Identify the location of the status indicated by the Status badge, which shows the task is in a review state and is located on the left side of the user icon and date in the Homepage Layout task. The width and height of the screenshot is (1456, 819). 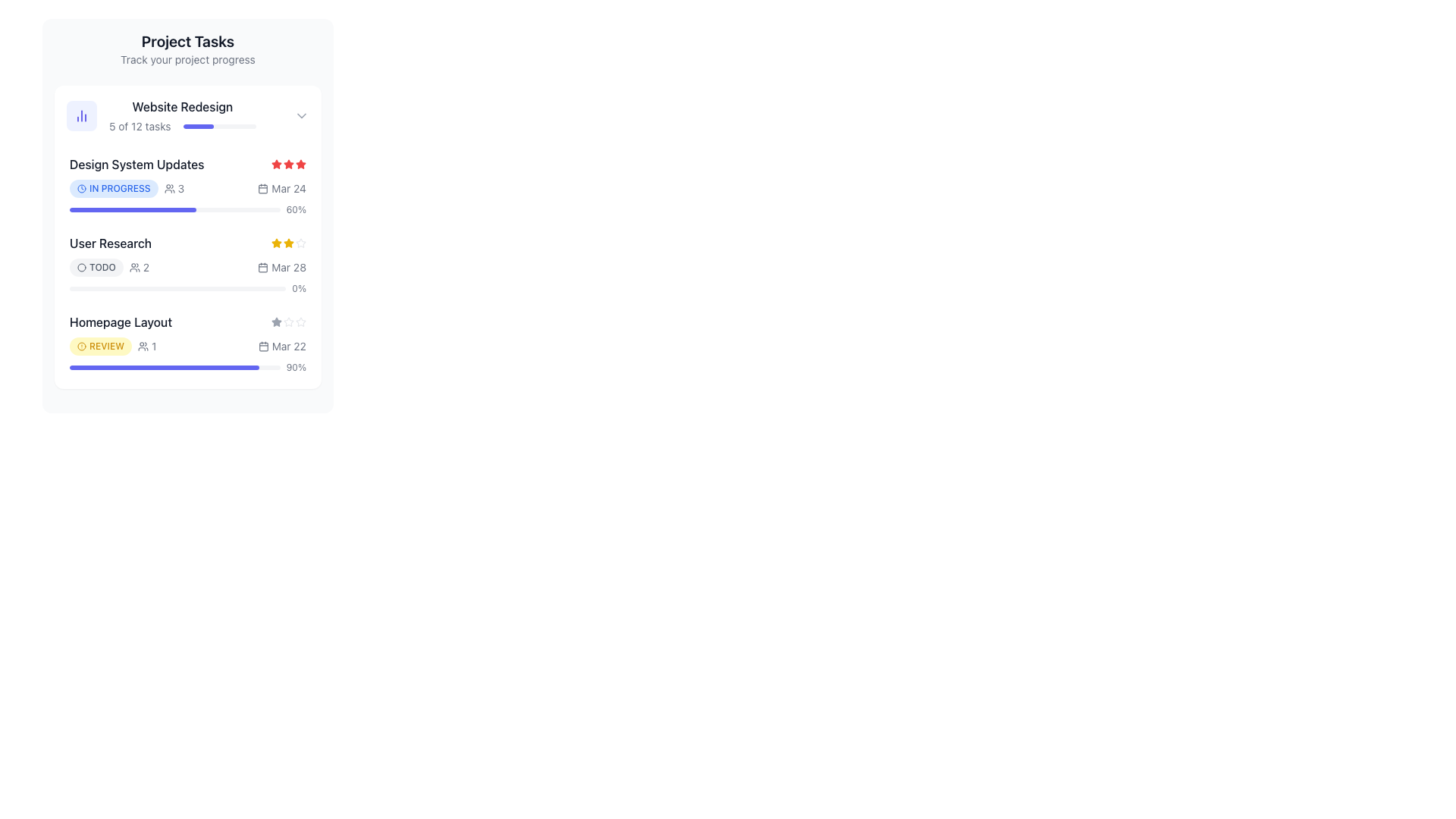
(100, 346).